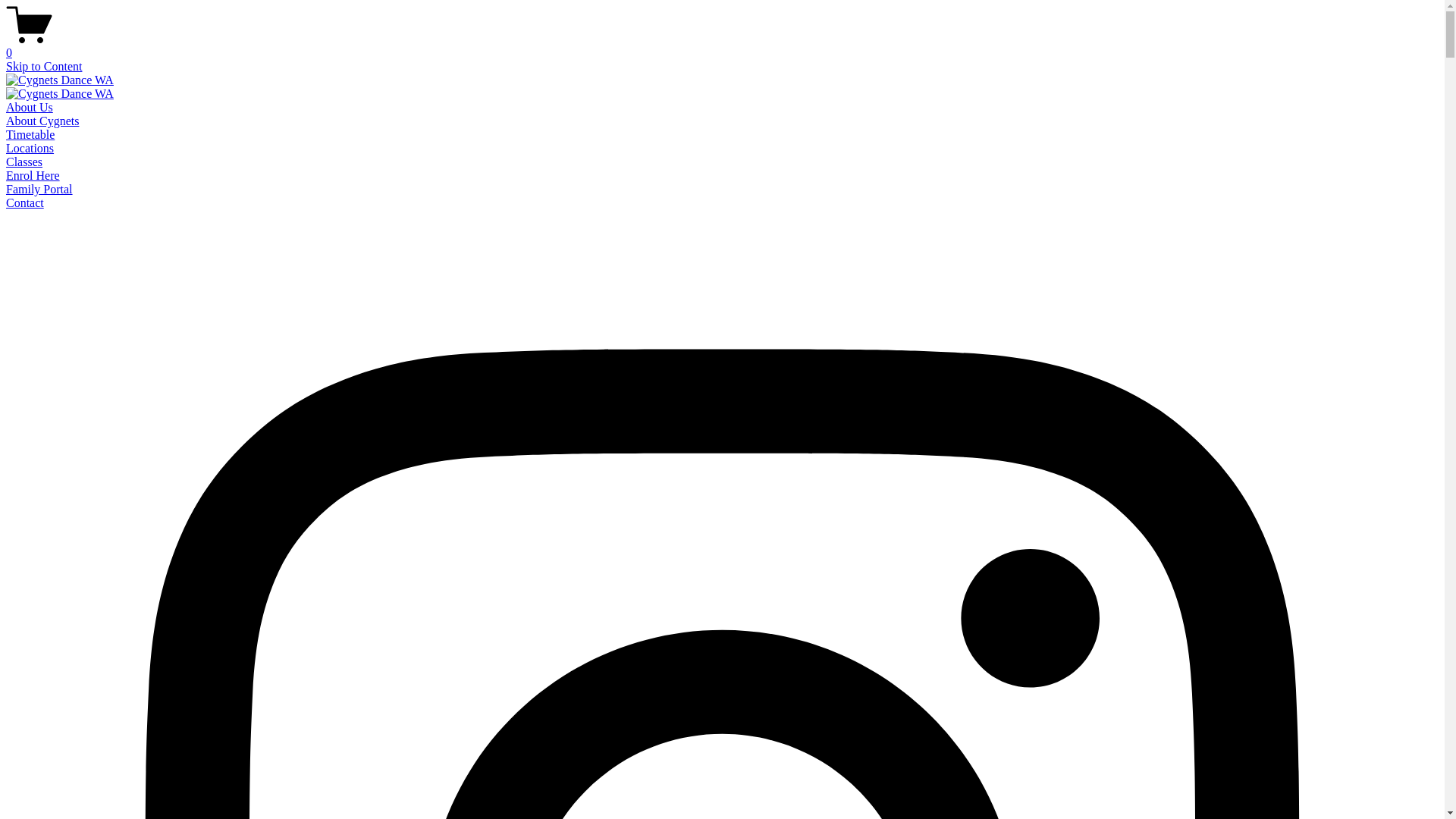  I want to click on 'About Us', so click(6, 106).